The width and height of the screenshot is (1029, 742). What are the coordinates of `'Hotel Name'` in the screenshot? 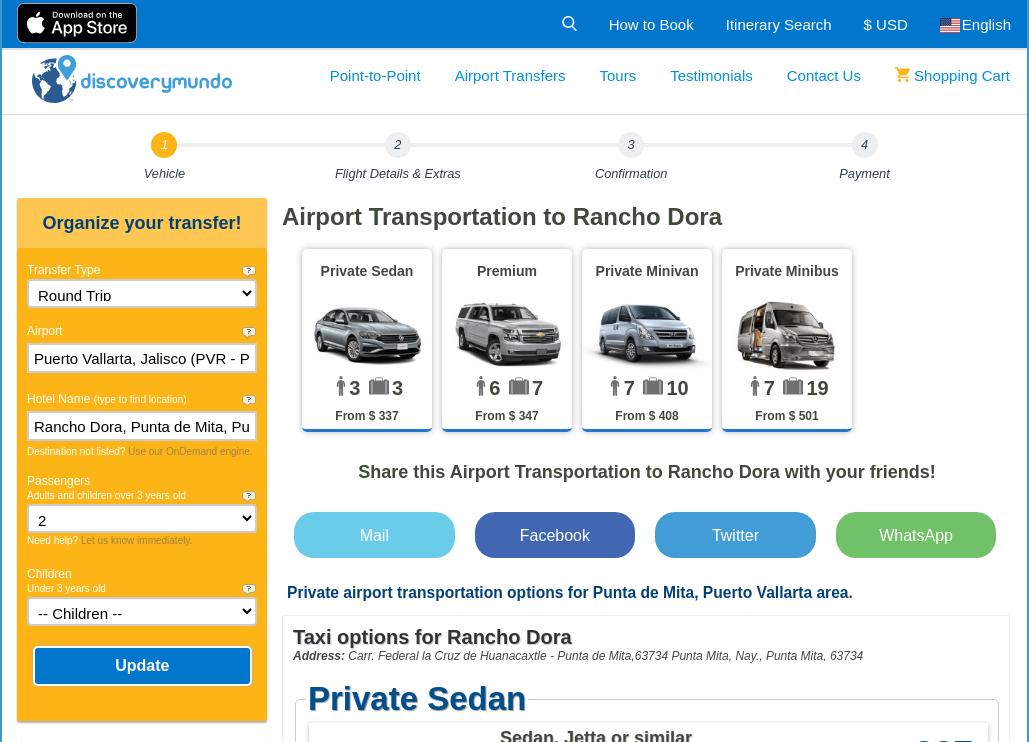 It's located at (58, 398).